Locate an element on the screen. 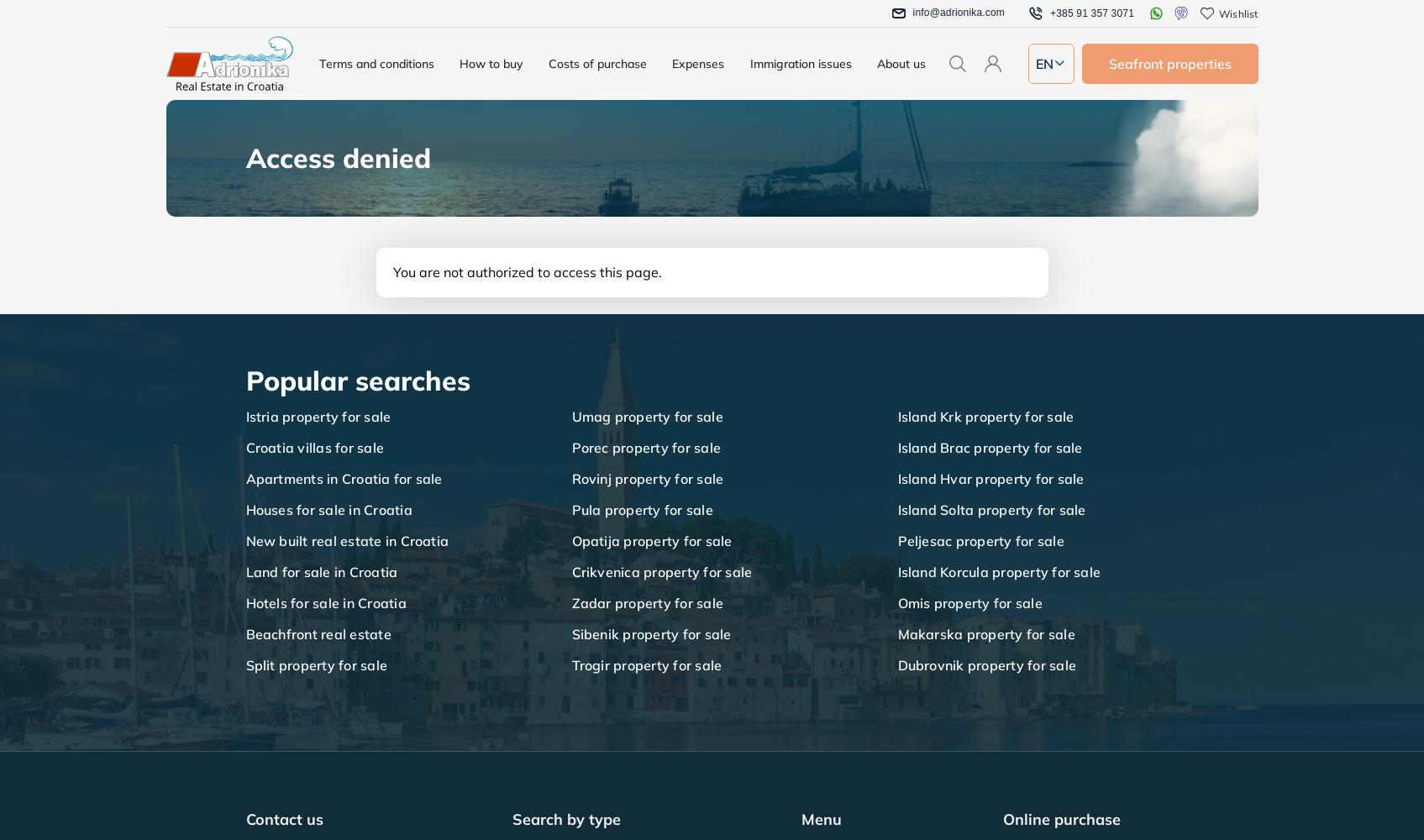 The image size is (1424, 840). 'Sibenik property for sale' is located at coordinates (649, 634).